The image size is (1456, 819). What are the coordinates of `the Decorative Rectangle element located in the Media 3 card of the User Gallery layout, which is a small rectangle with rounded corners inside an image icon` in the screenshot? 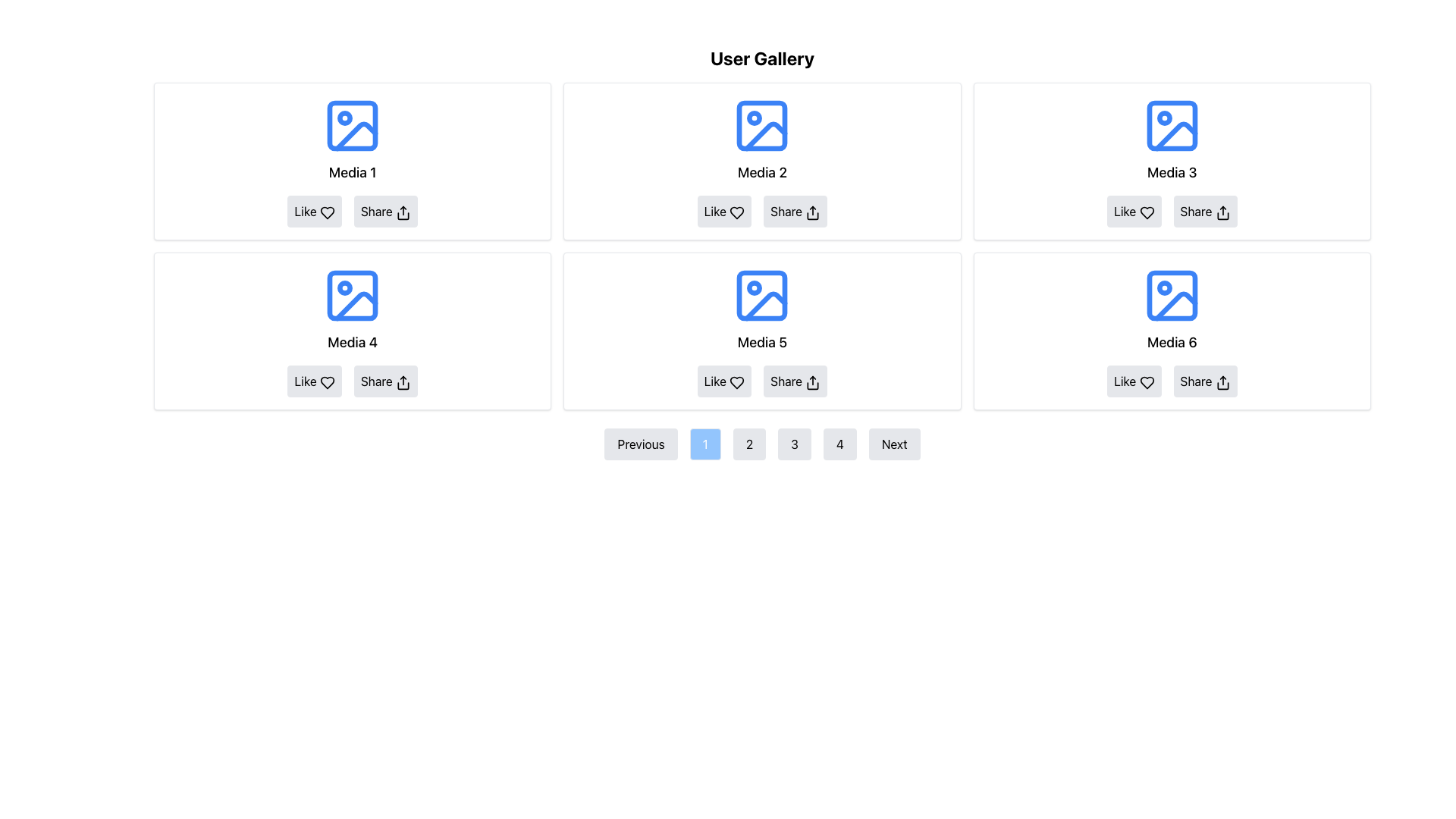 It's located at (1171, 124).